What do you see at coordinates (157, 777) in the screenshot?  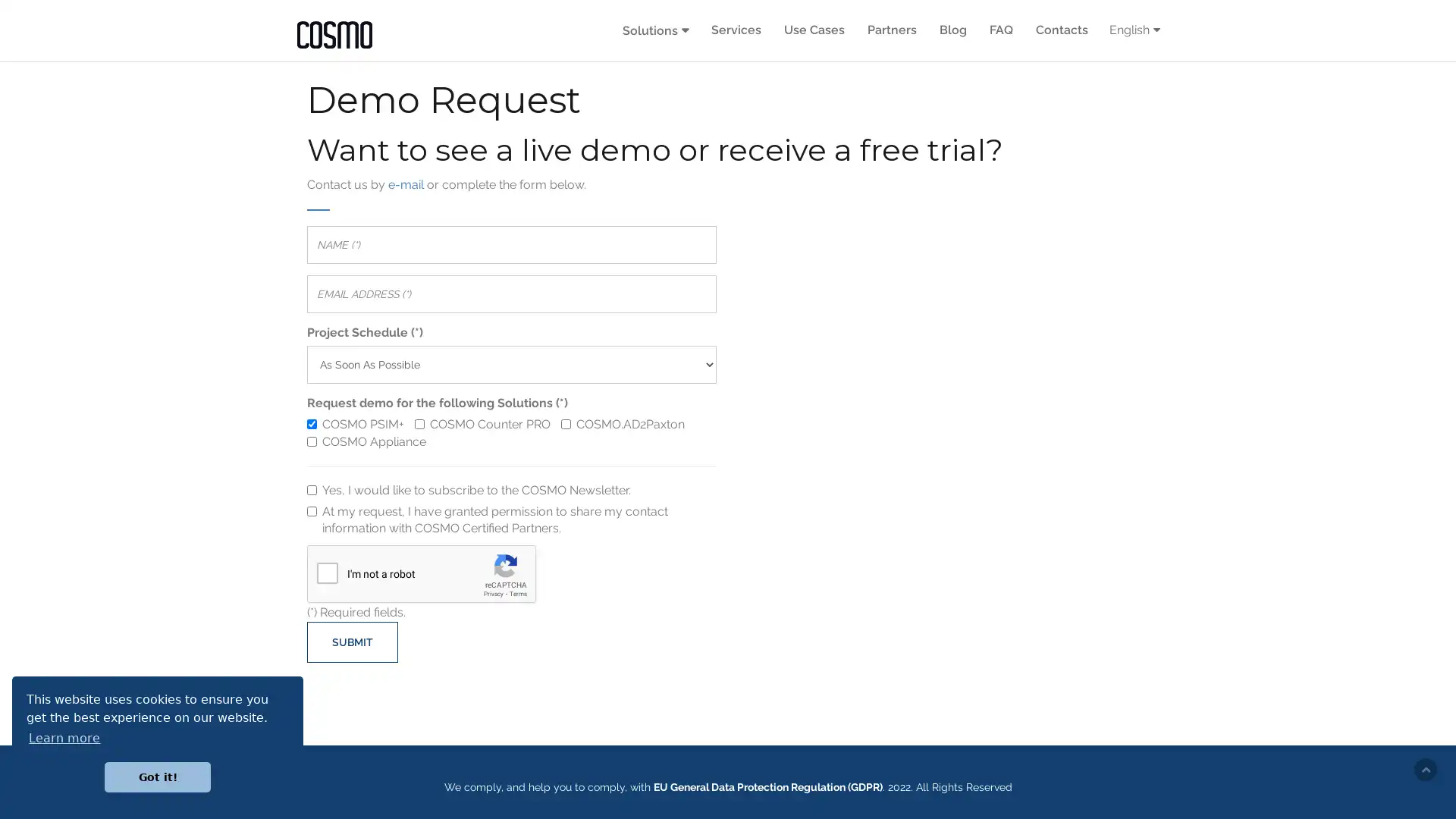 I see `dismiss cookie message` at bounding box center [157, 777].